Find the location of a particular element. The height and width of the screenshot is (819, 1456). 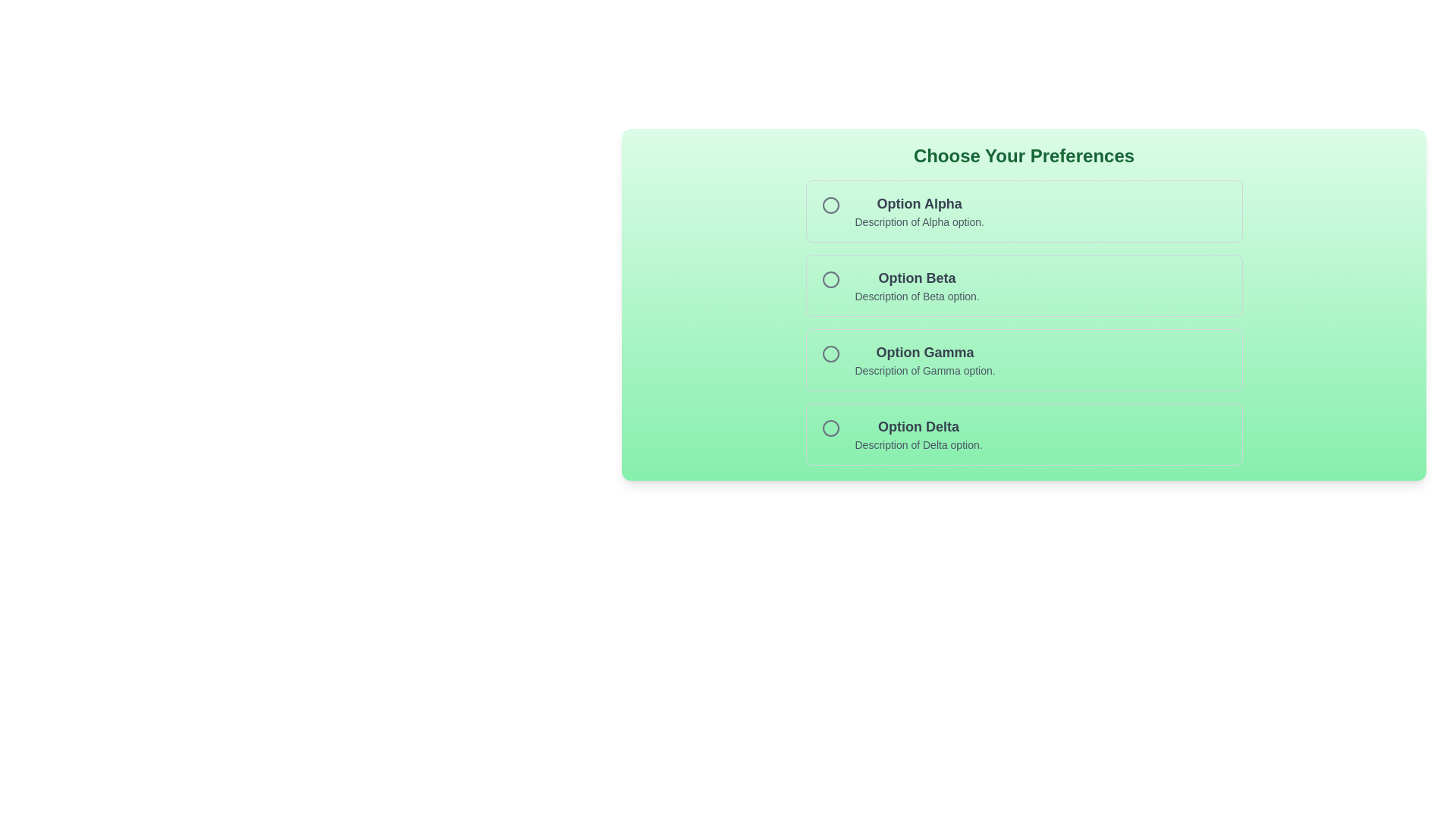

to select 'Option Beta' in the preference selection interface, which is the second option in the list is located at coordinates (1024, 286).